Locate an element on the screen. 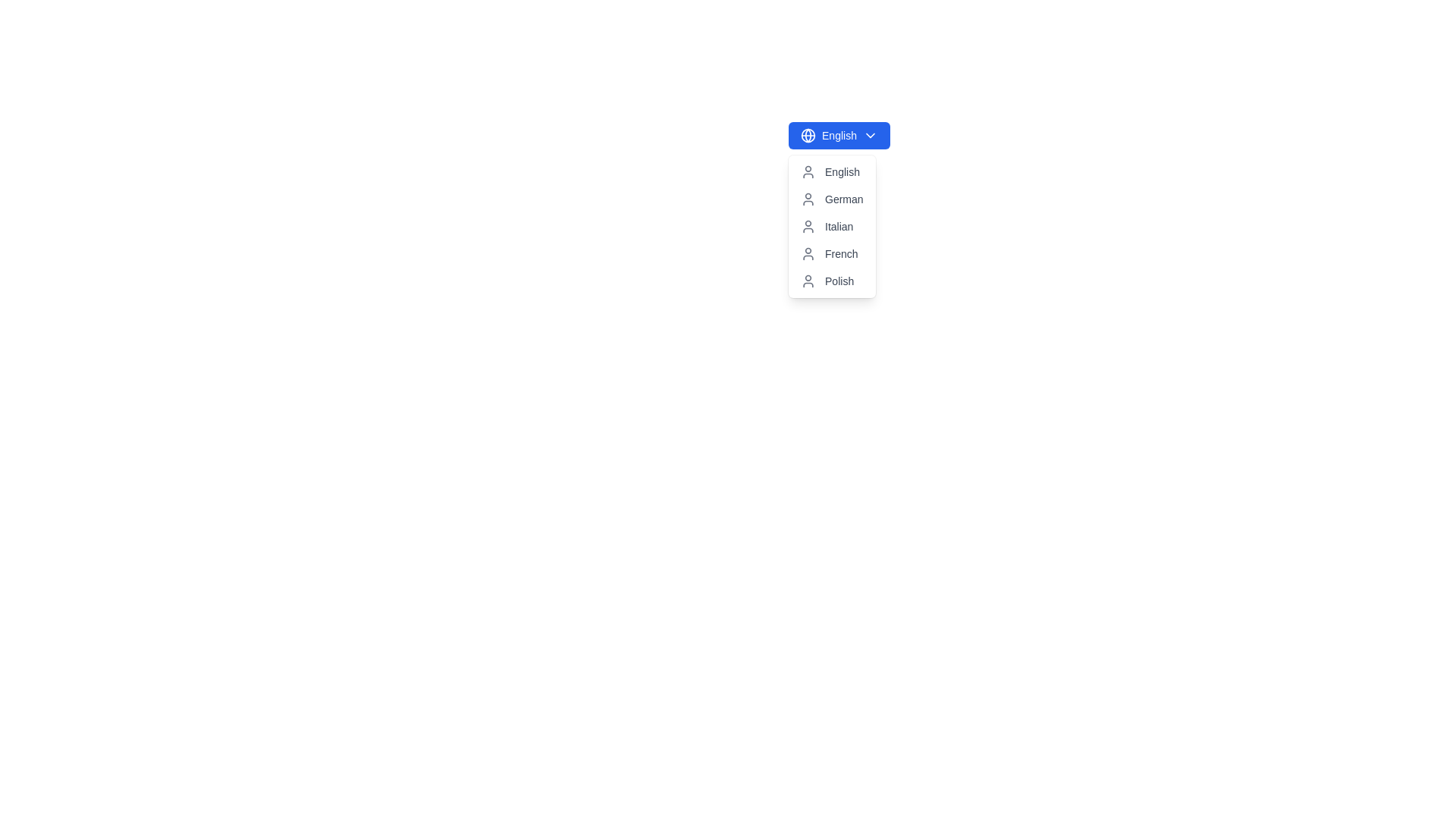  the chevron-down icon located on the blue button labeled 'English' is located at coordinates (870, 134).